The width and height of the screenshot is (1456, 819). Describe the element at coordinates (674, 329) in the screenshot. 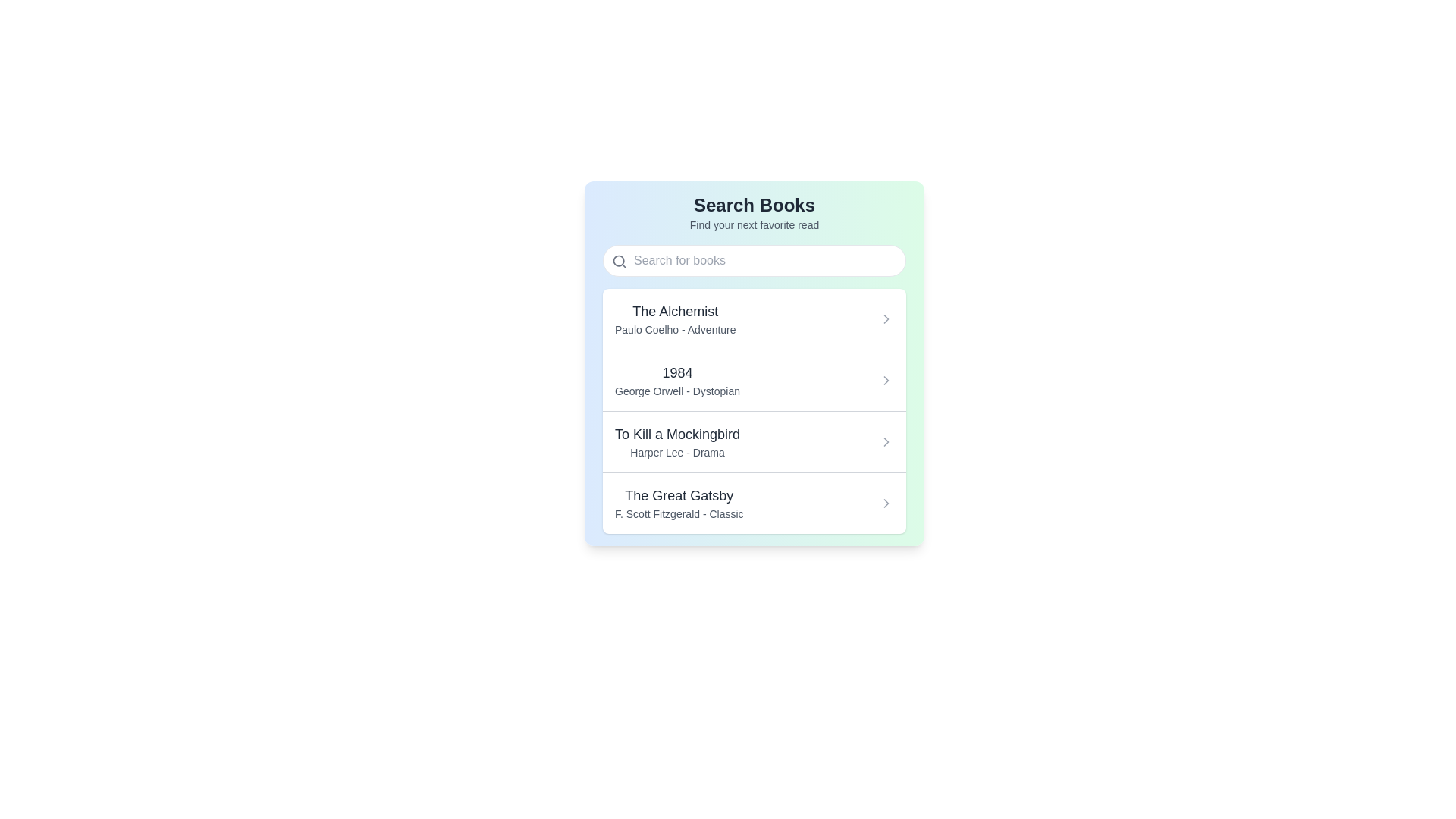

I see `the text label that provides information about the author ('Paulo Coelho') and genre ('Adventure') of the book, positioned below the title 'The Alchemist'` at that location.